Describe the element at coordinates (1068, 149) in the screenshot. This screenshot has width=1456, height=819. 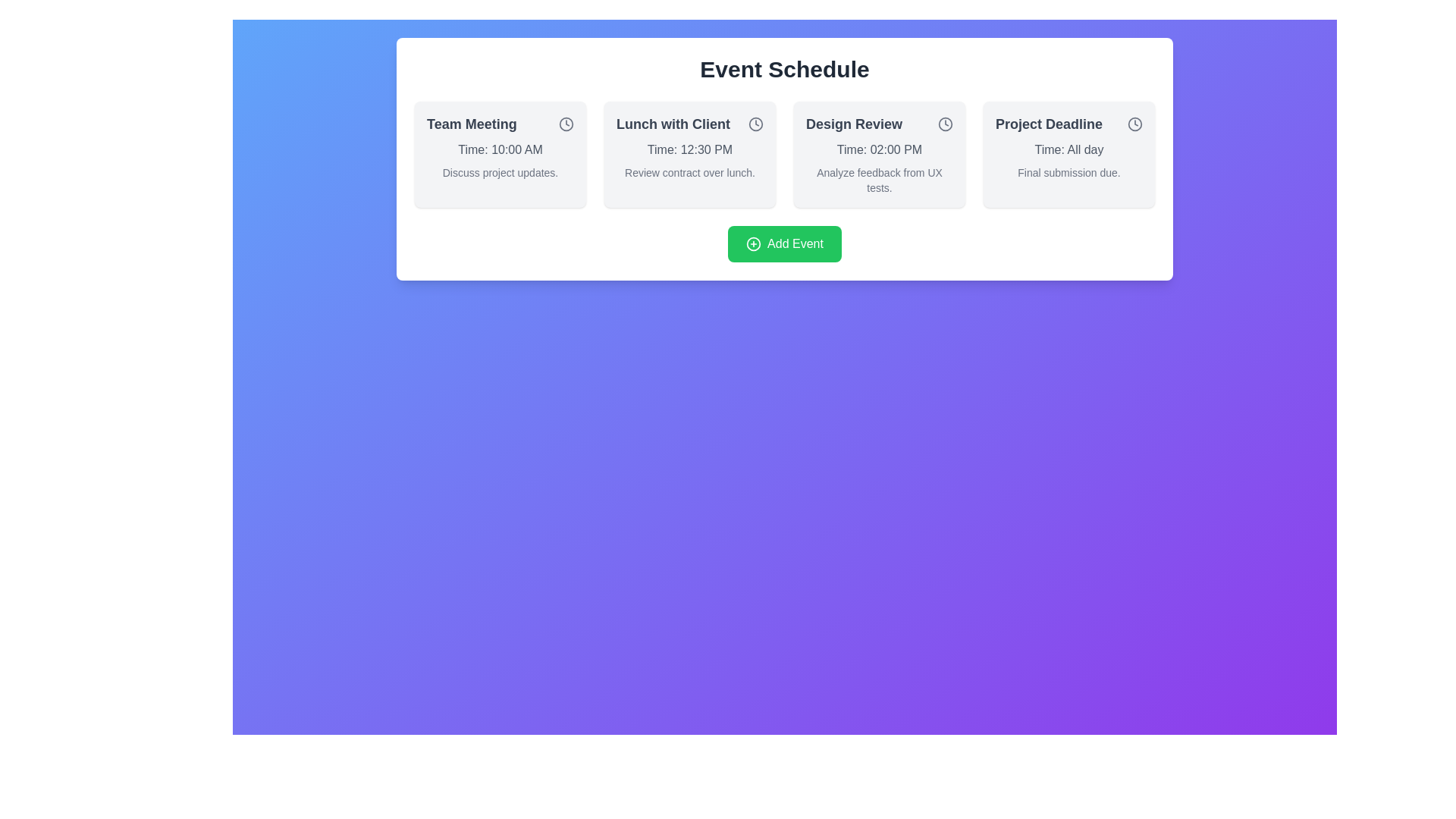
I see `the text label that reads 'Time: All day', which is positioned below the 'Project Deadline' title and above the 'Final submission due' description` at that location.